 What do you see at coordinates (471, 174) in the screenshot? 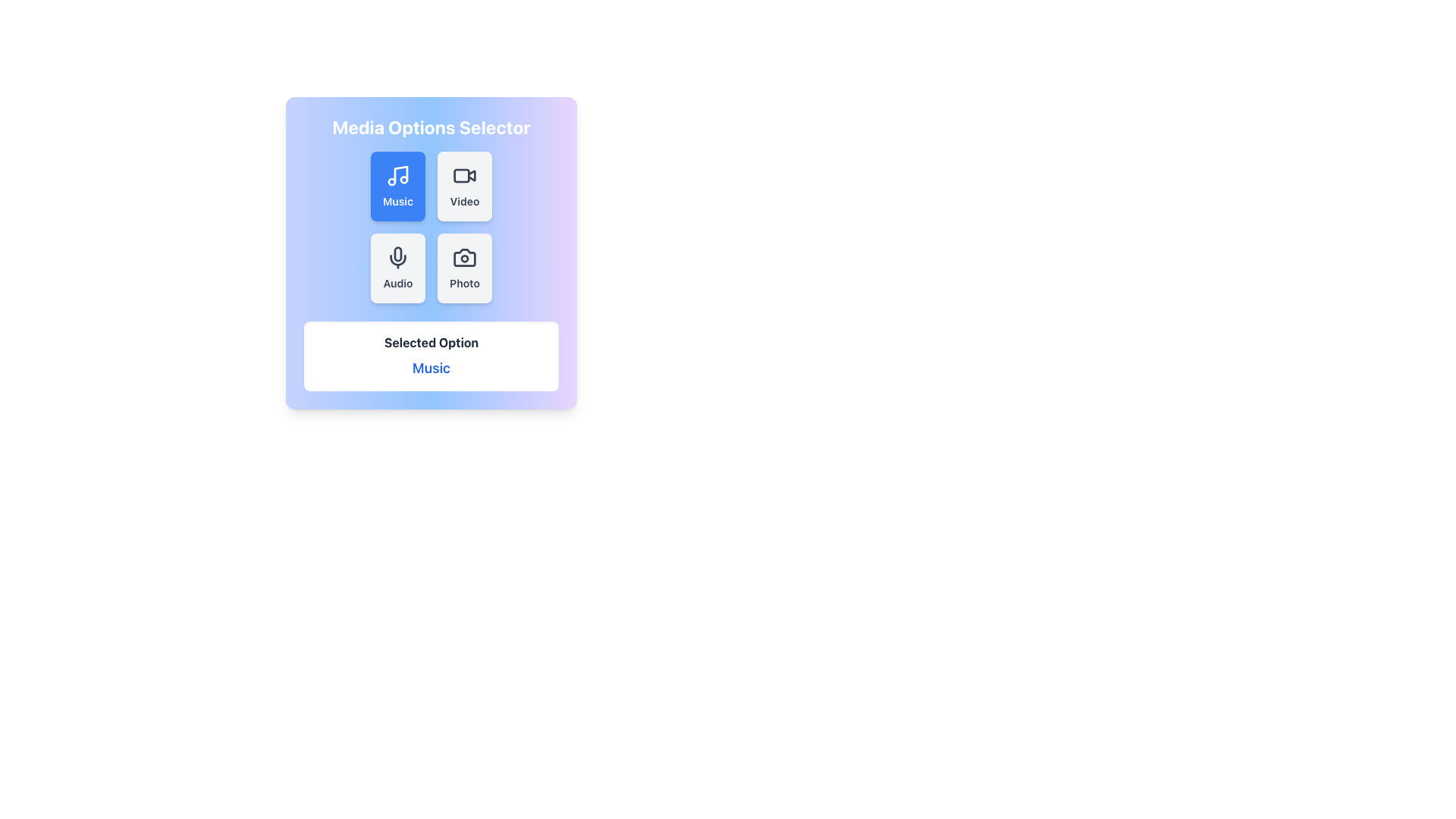
I see `the decorative 'Video' icon in the media selection menu, located in the upper-right corner of the options grid` at bounding box center [471, 174].